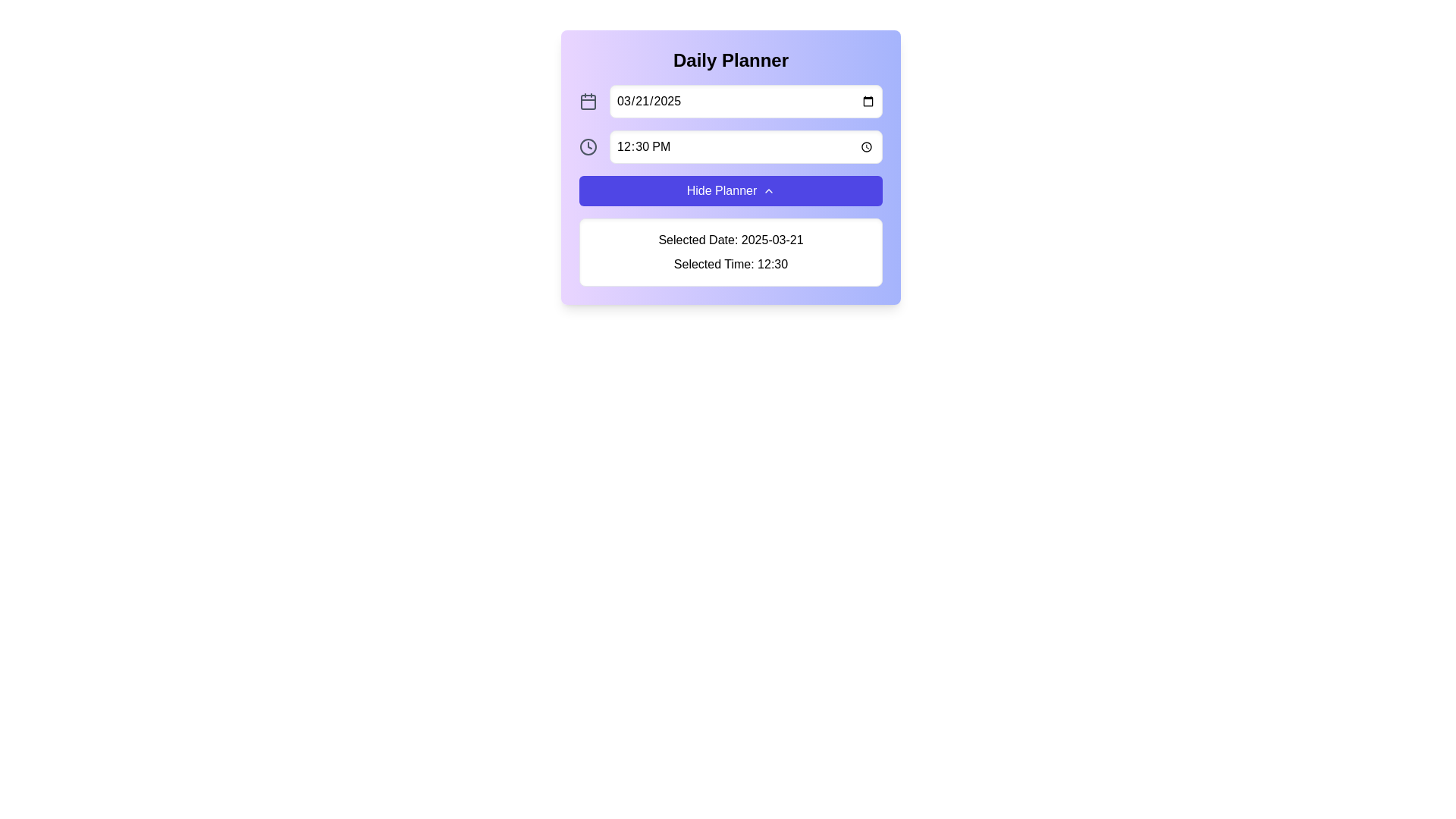  I want to click on the static text label displaying 'Selected Time: 12:30', which is centrally aligned and positioned below the 'Selected Date: 2025-03-21' text, so click(731, 263).